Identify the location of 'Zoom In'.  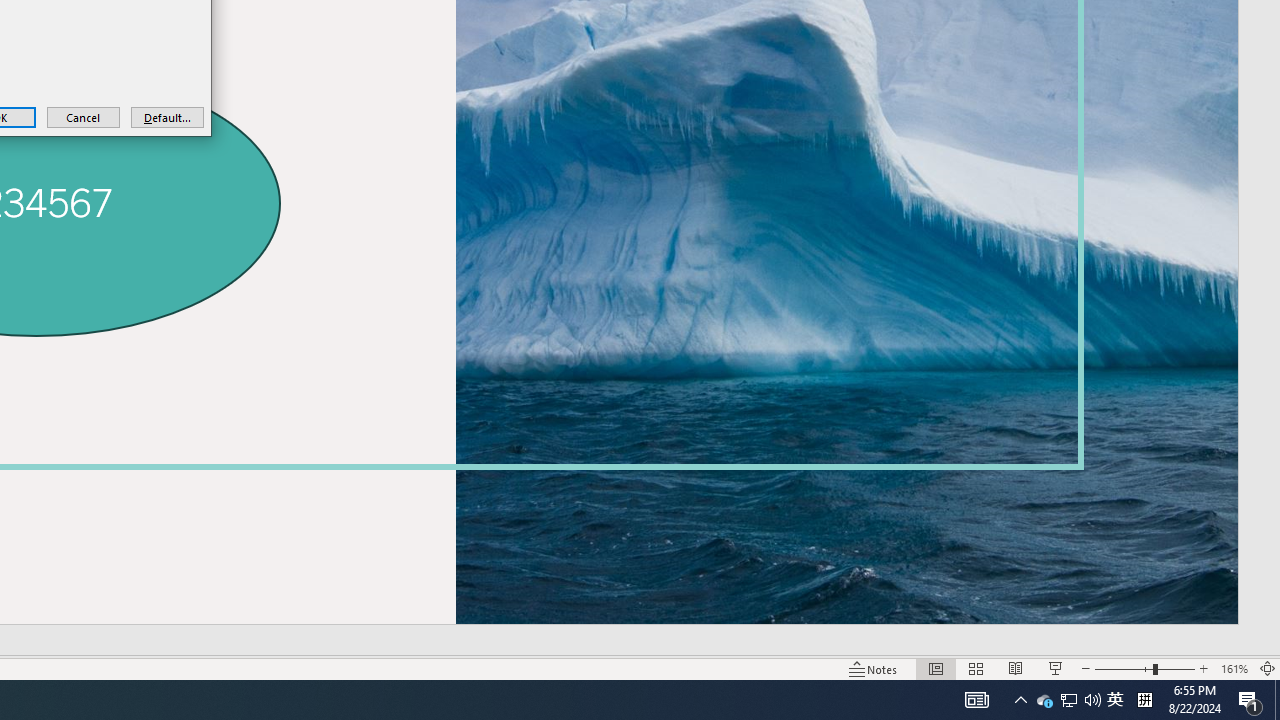
(1203, 669).